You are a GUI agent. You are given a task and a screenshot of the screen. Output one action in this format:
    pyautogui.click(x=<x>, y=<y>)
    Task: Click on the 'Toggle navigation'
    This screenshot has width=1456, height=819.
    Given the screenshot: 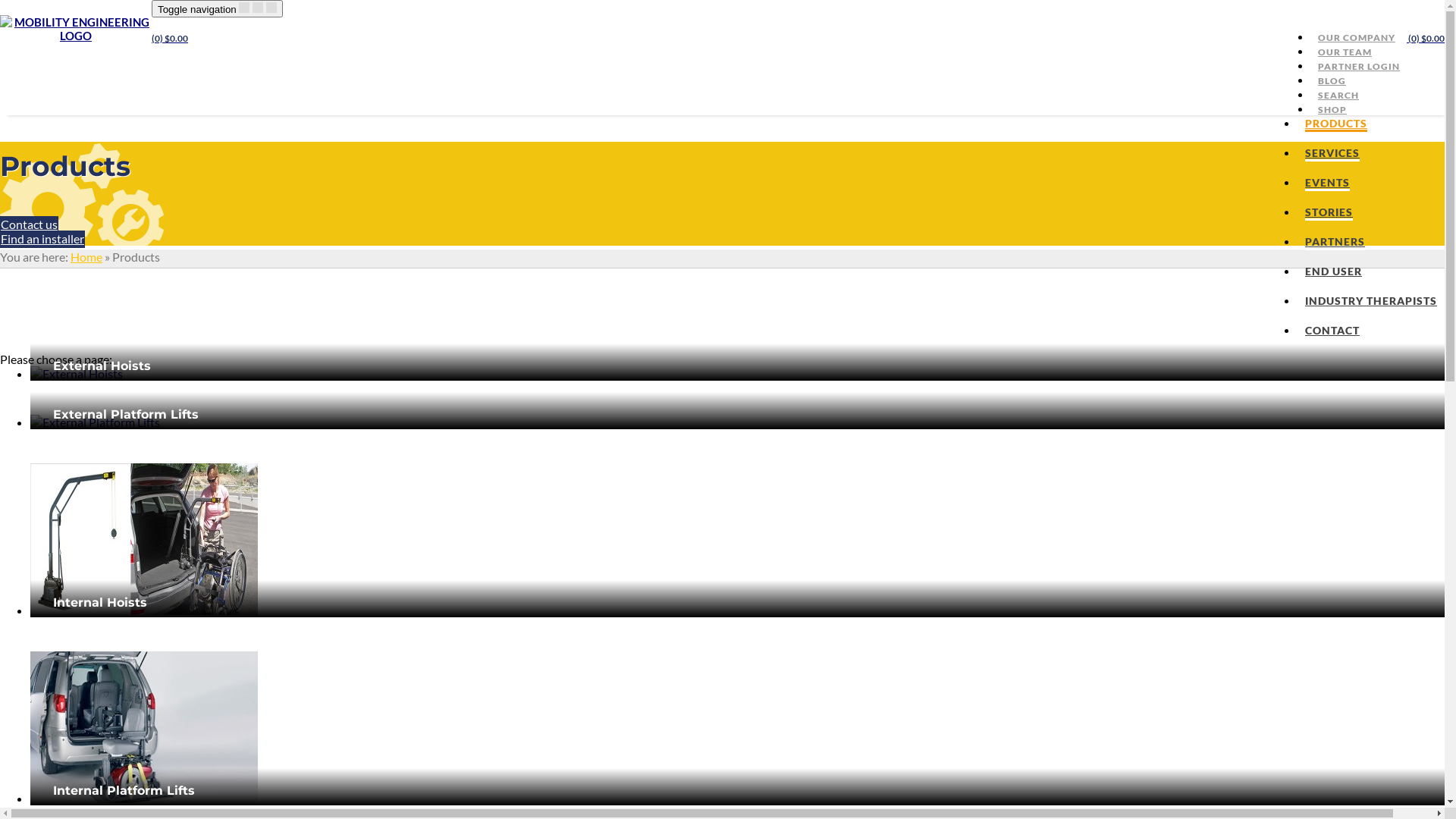 What is the action you would take?
    pyautogui.click(x=216, y=8)
    